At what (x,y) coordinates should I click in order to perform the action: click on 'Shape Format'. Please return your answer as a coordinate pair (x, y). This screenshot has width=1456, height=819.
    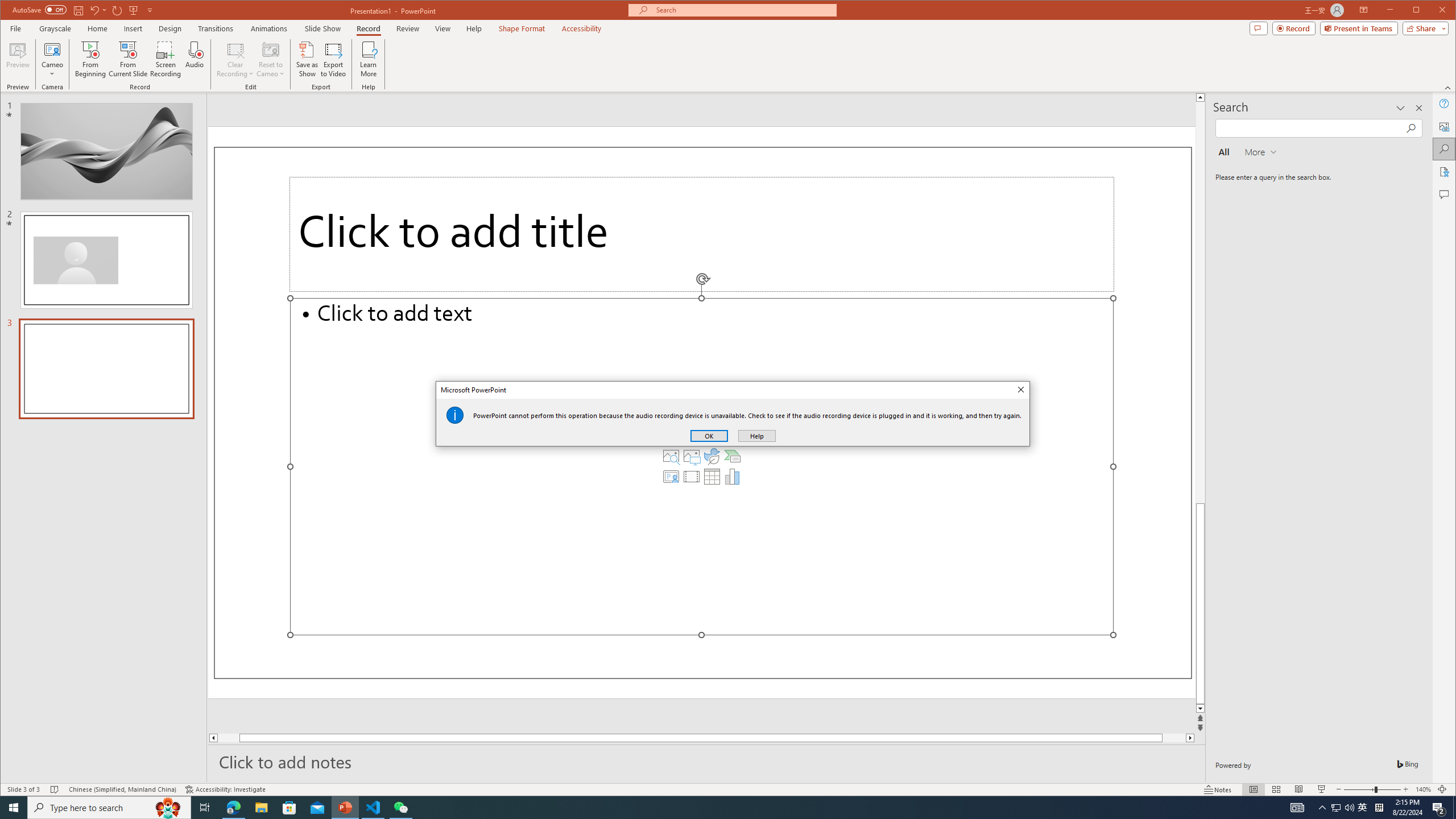
    Looking at the image, I should click on (522, 28).